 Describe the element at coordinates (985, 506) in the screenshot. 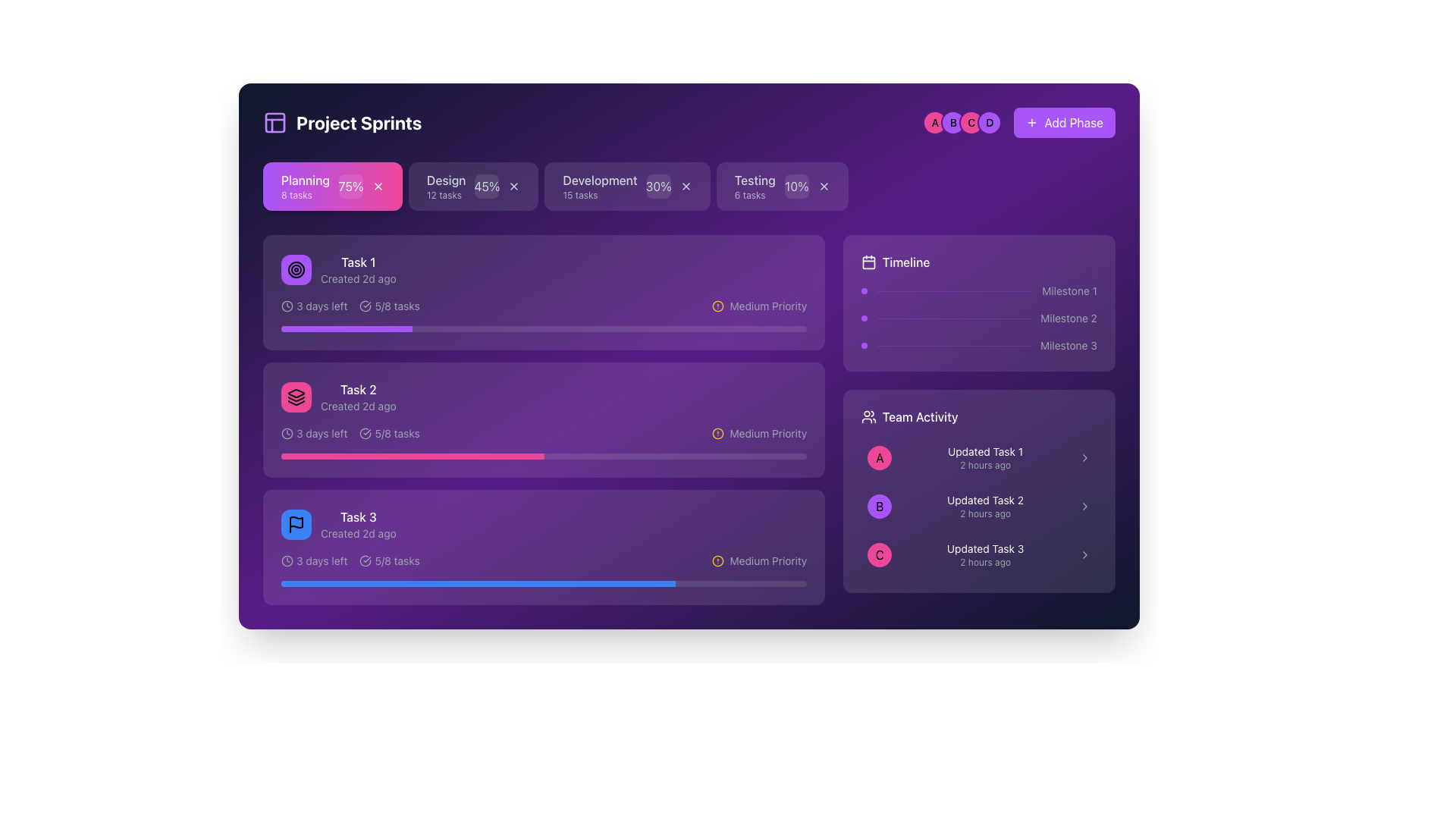

I see `the label indicating a recent activity update ('Updated Task 2') with the timestamp ('2 hours ago') in the 'Team Activity' section` at that location.